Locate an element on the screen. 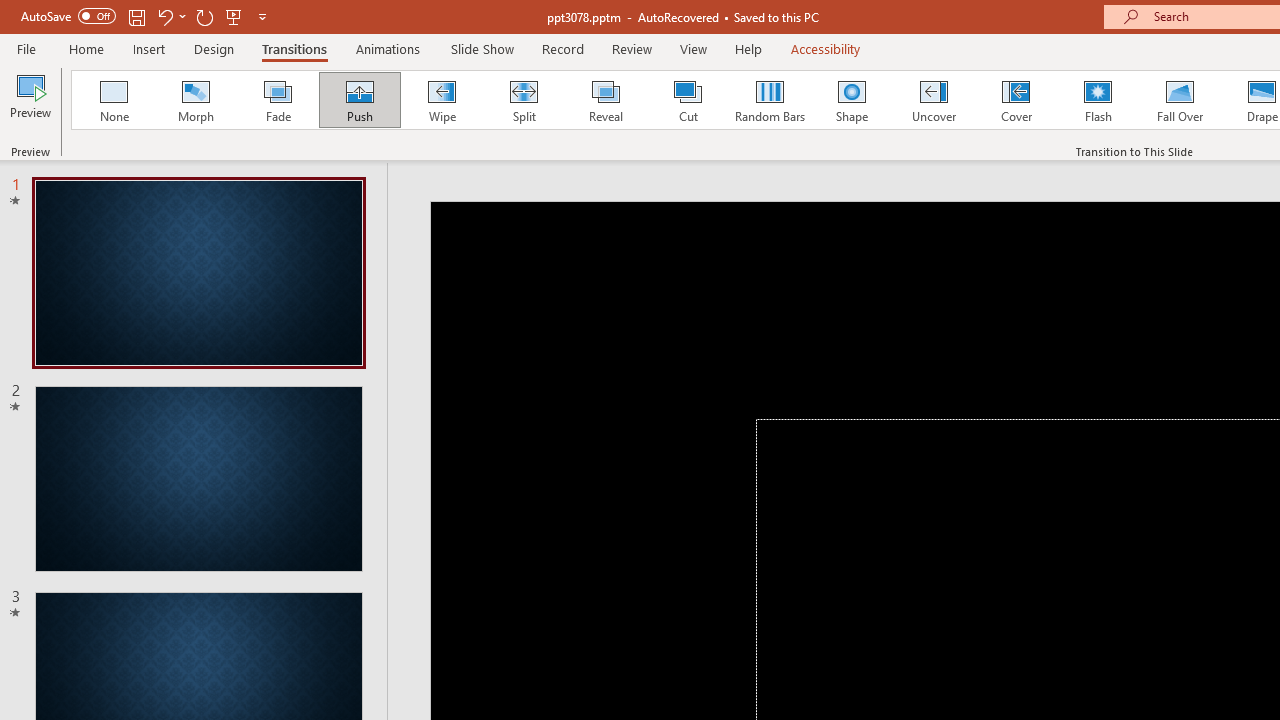  'Fall Over' is located at coordinates (1180, 100).